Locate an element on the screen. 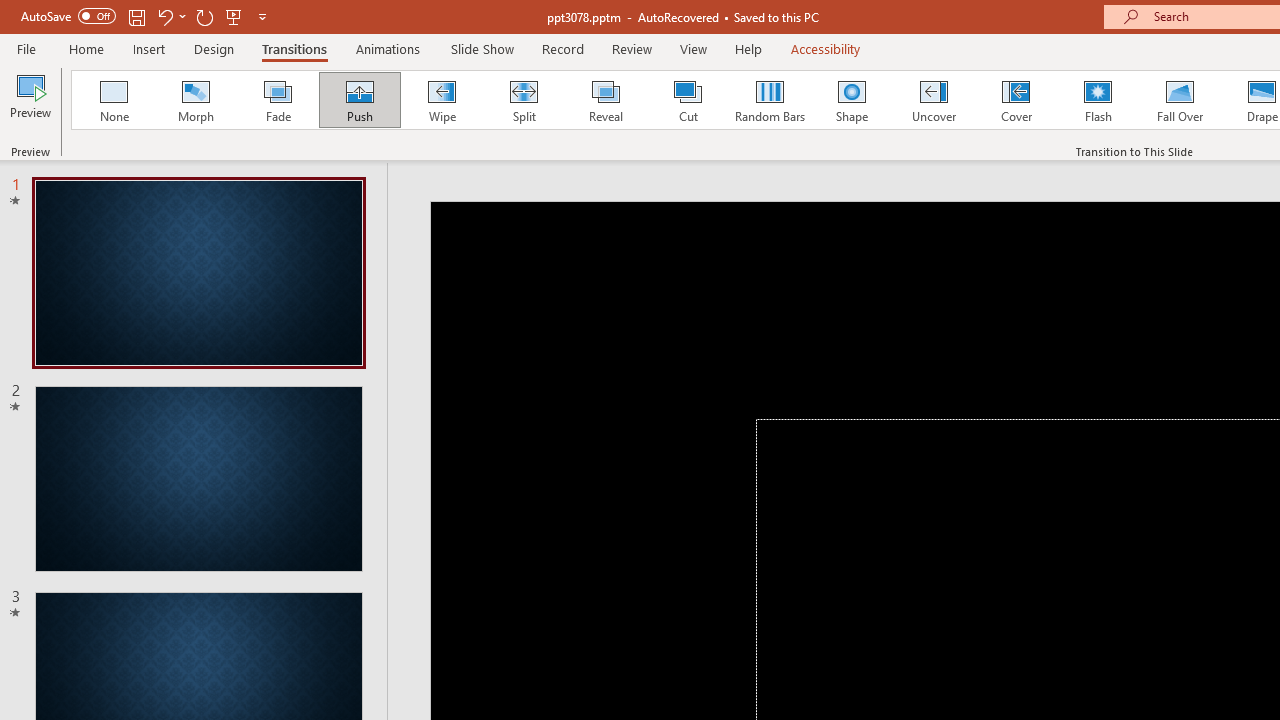  'Fall Over' is located at coordinates (1180, 100).